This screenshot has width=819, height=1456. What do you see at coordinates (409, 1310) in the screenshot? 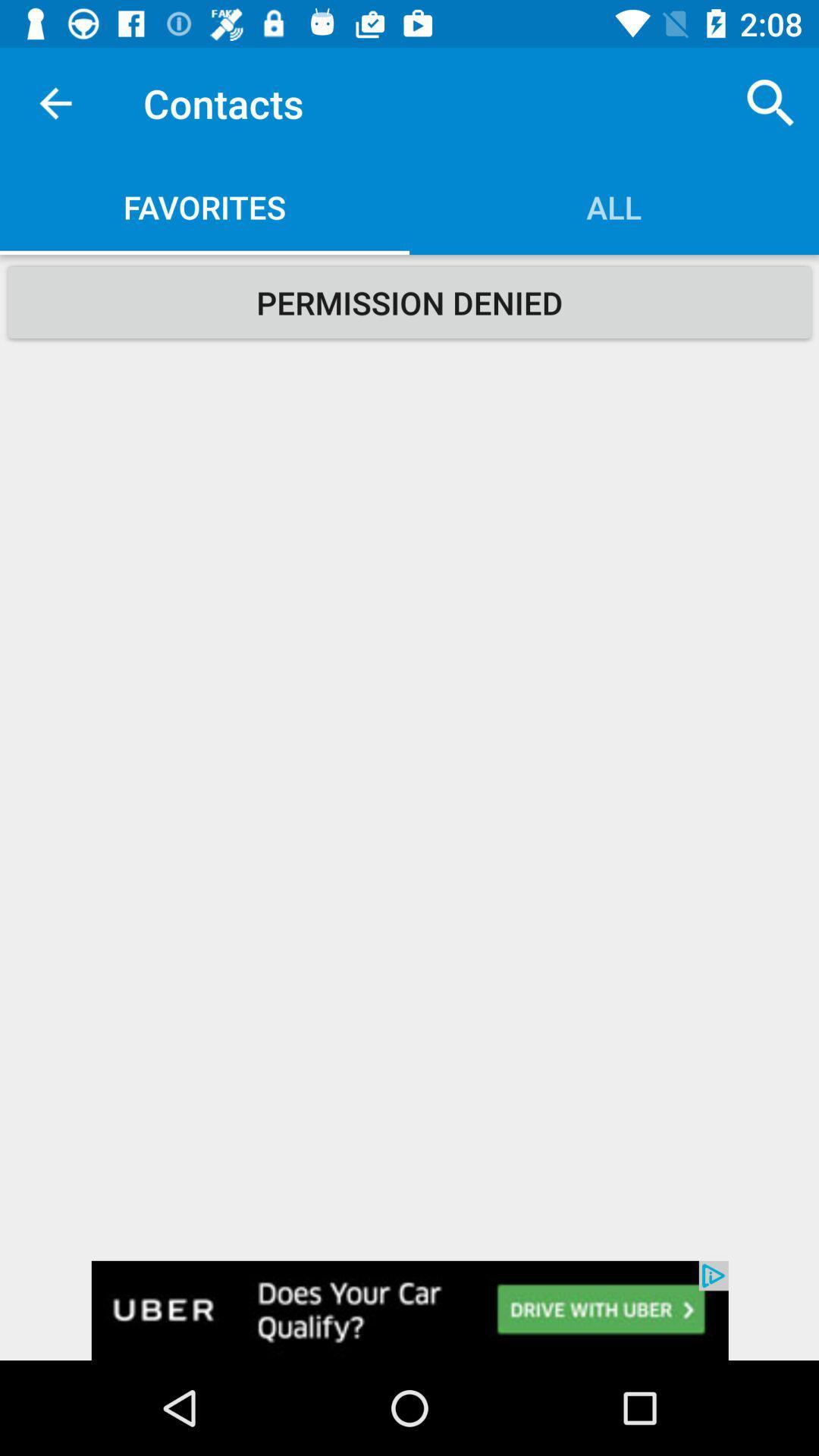
I see `open` at bounding box center [409, 1310].